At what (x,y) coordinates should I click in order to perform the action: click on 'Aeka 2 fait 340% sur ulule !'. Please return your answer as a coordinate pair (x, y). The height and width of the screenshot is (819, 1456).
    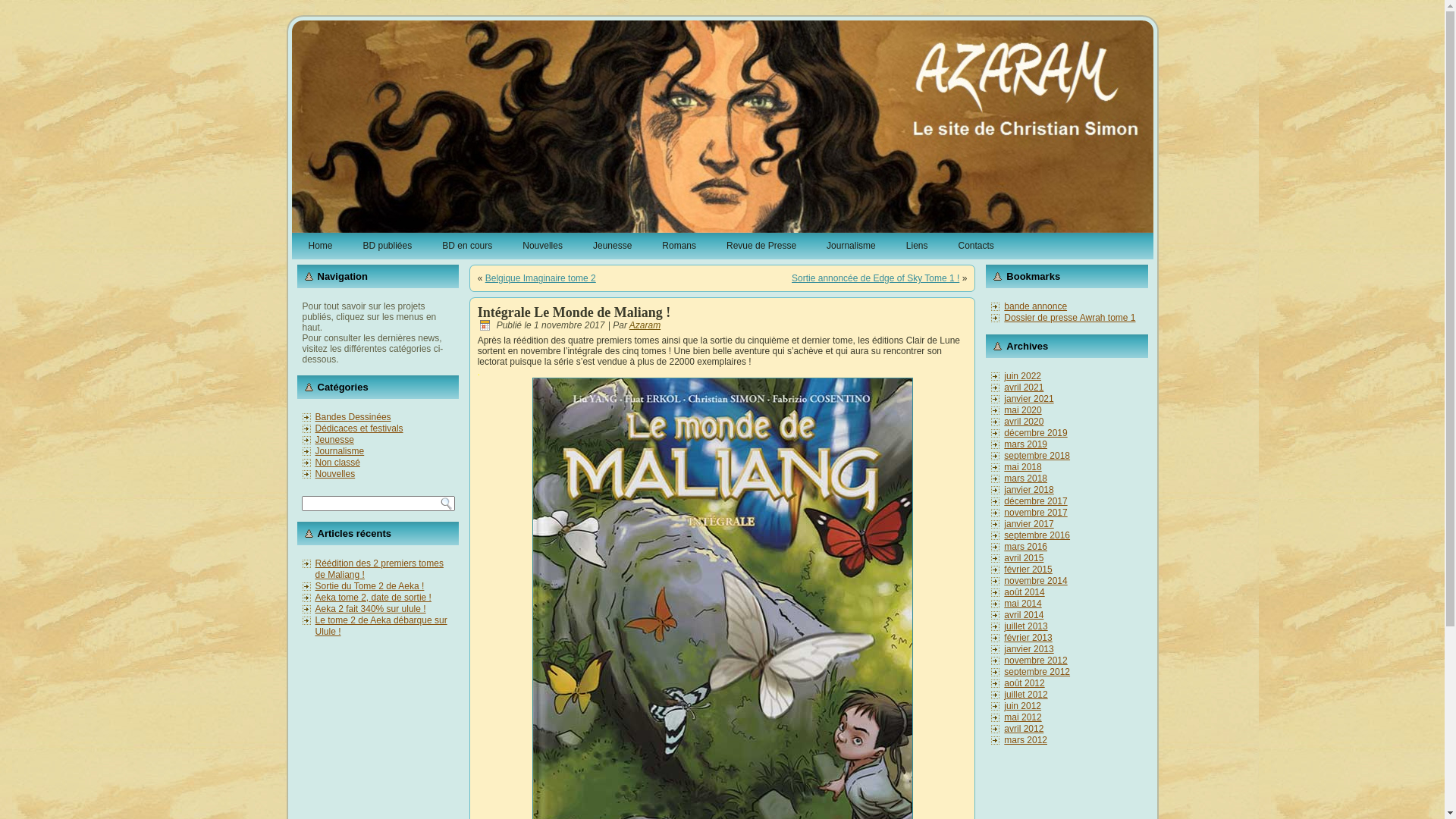
    Looking at the image, I should click on (371, 607).